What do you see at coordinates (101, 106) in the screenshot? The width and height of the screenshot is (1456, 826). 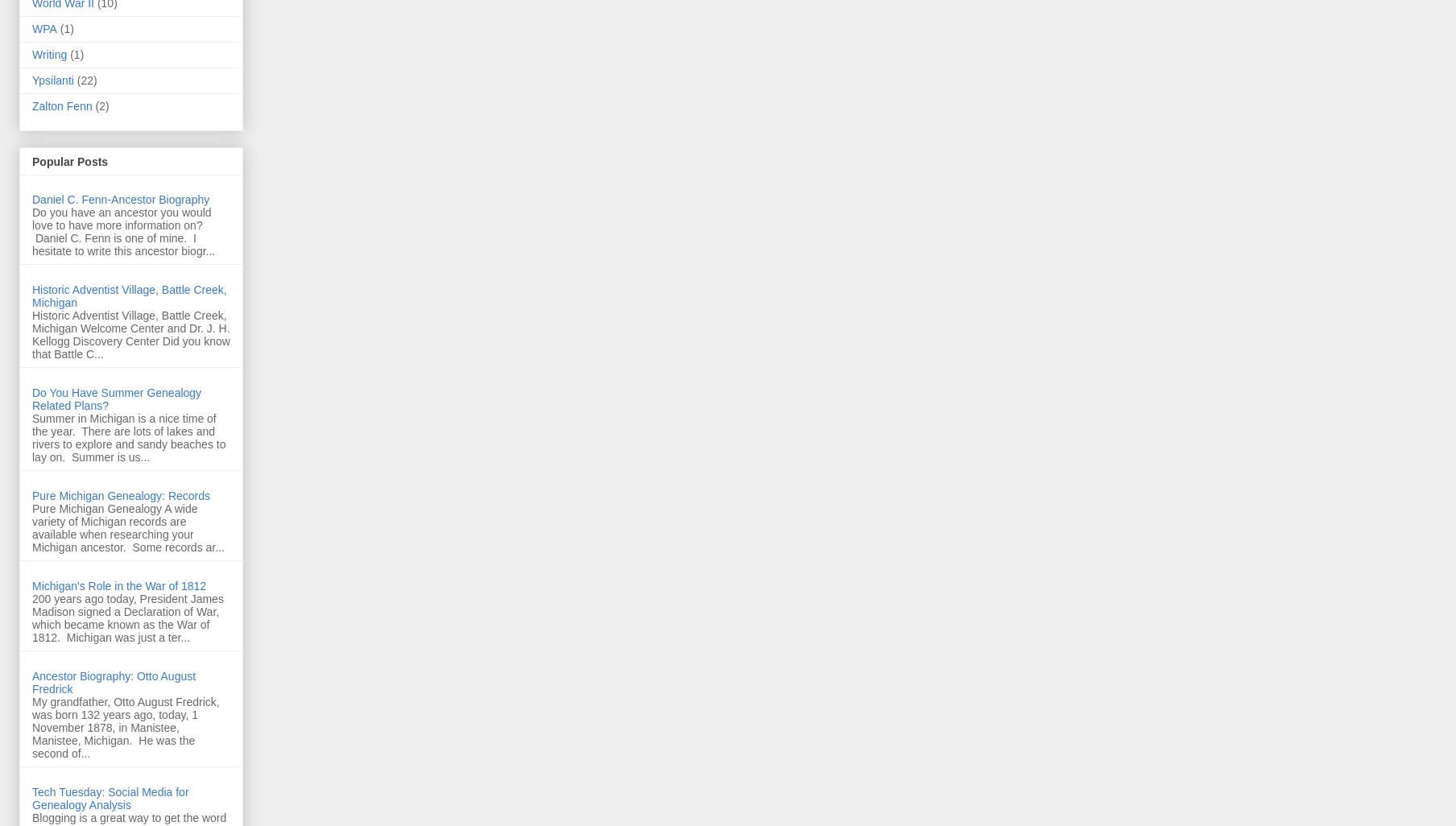 I see `'(2)'` at bounding box center [101, 106].